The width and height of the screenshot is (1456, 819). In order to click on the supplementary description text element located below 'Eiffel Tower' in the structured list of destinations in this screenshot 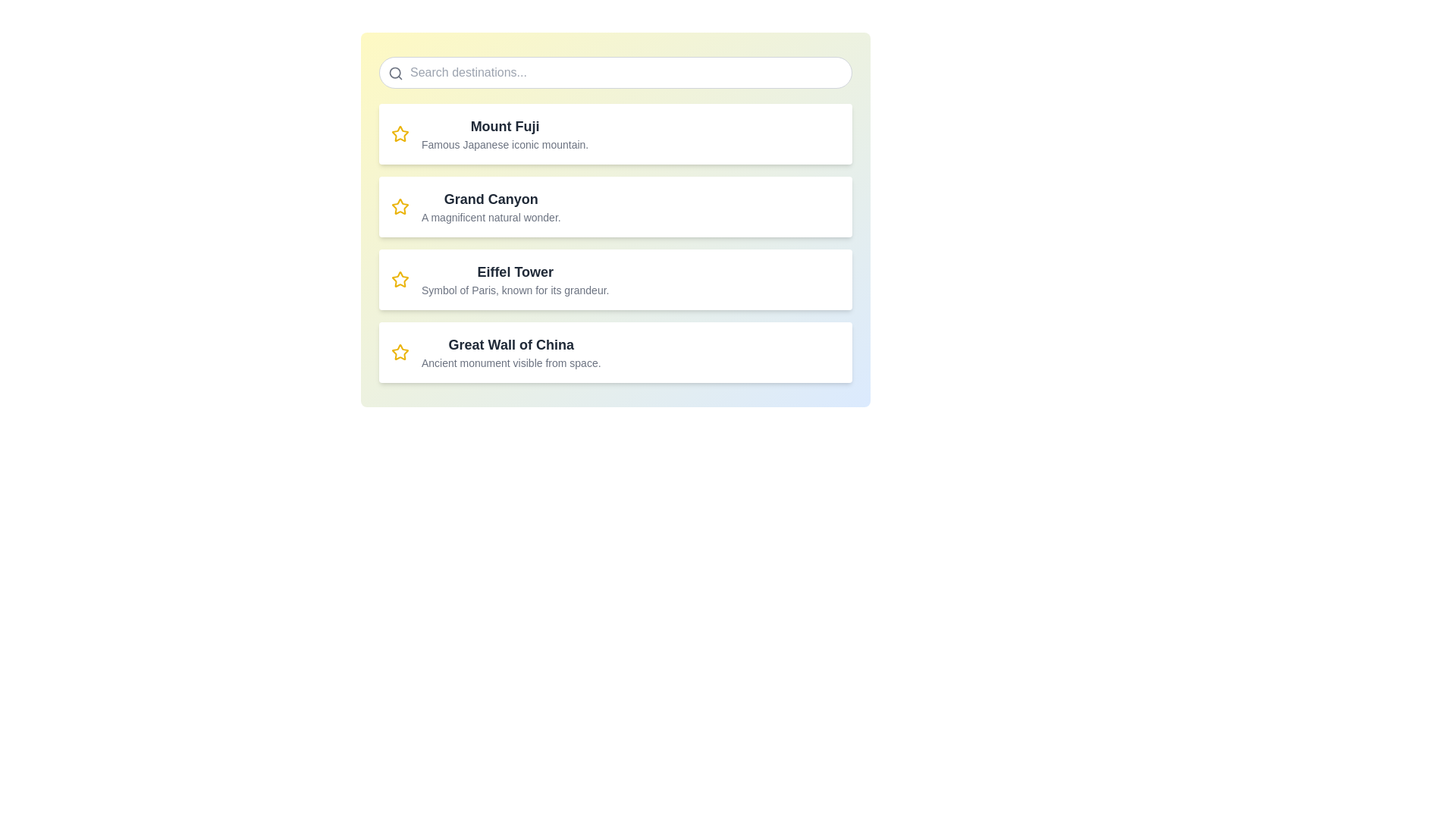, I will do `click(515, 290)`.